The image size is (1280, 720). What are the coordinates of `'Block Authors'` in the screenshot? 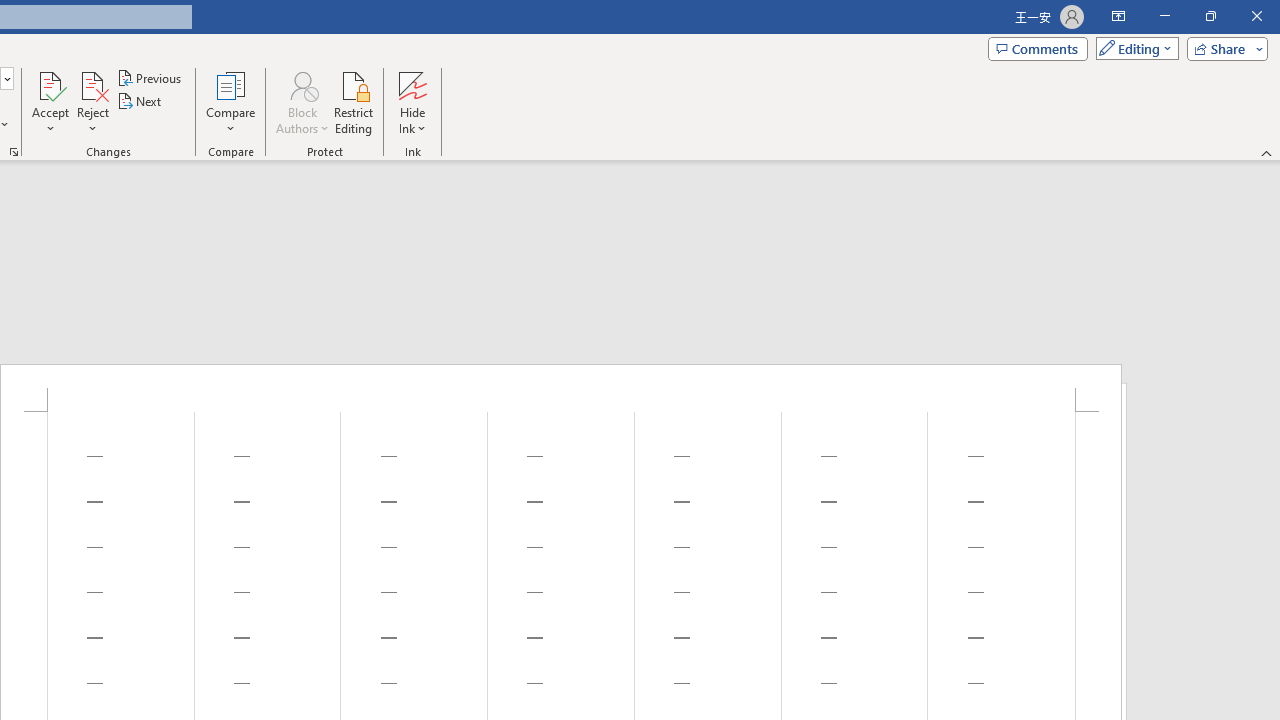 It's located at (301, 103).